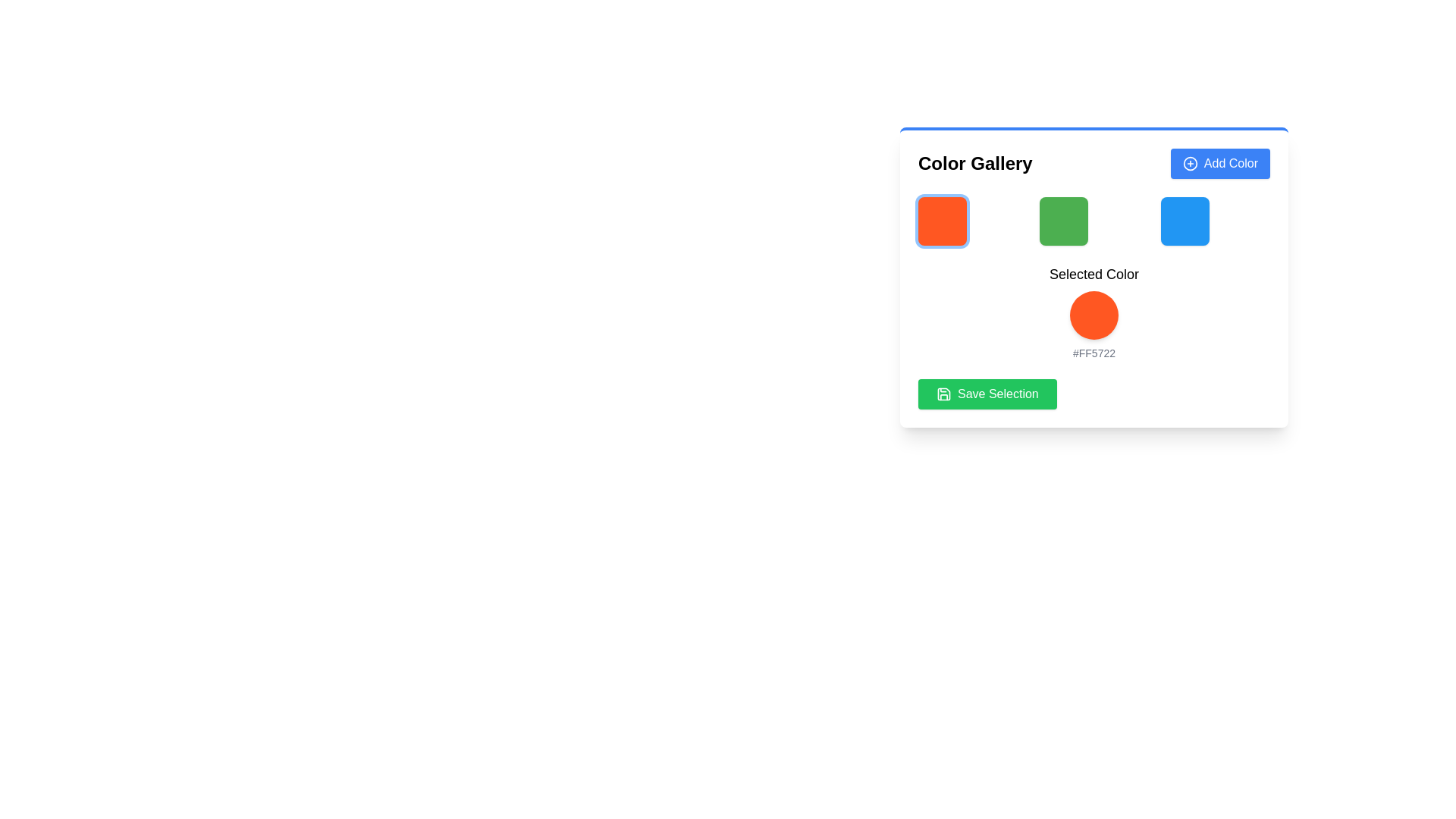  I want to click on the orange, green, or blue colored square within the Color Gallery section, so click(1094, 221).